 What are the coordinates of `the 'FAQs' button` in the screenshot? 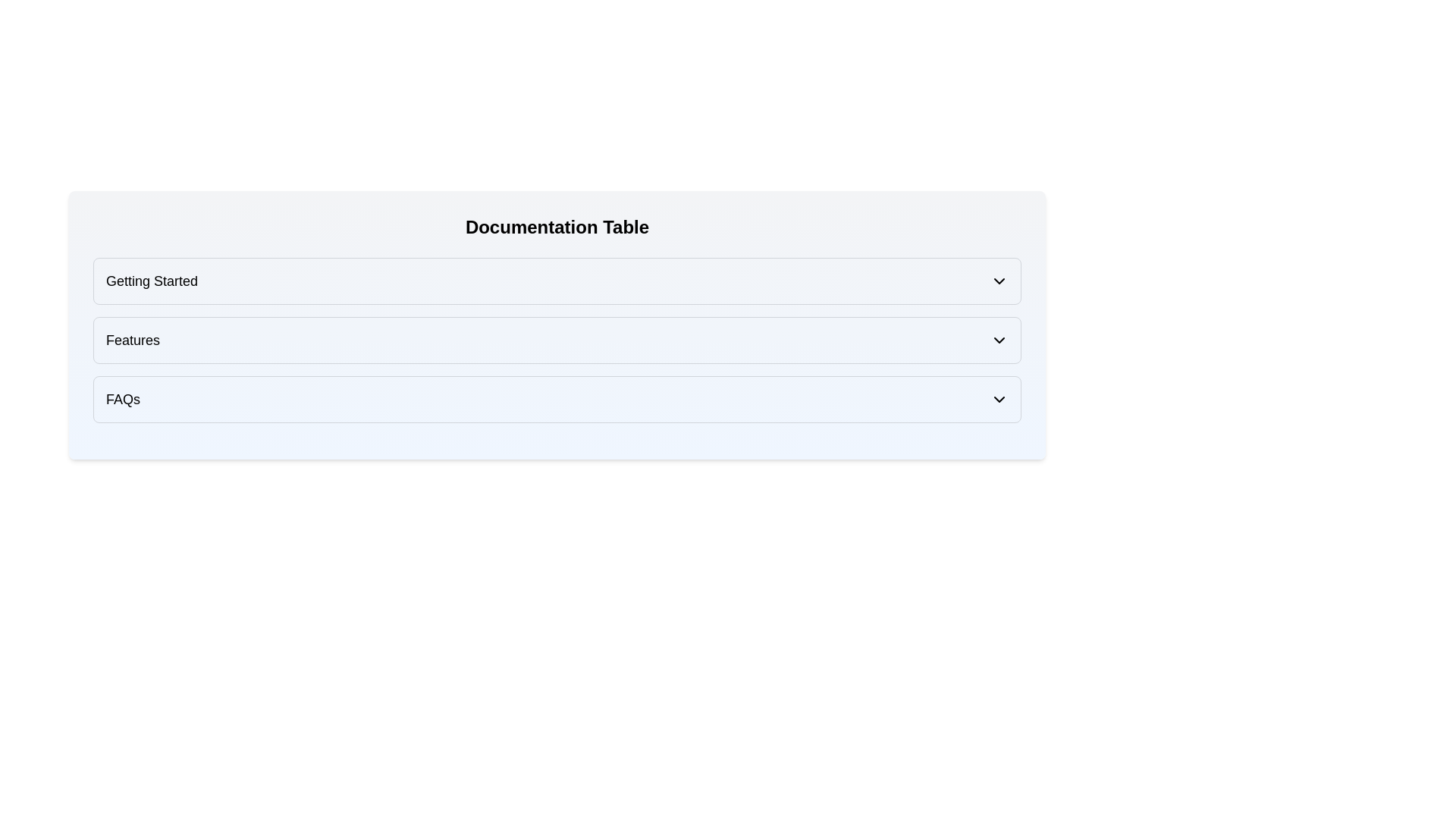 It's located at (556, 399).